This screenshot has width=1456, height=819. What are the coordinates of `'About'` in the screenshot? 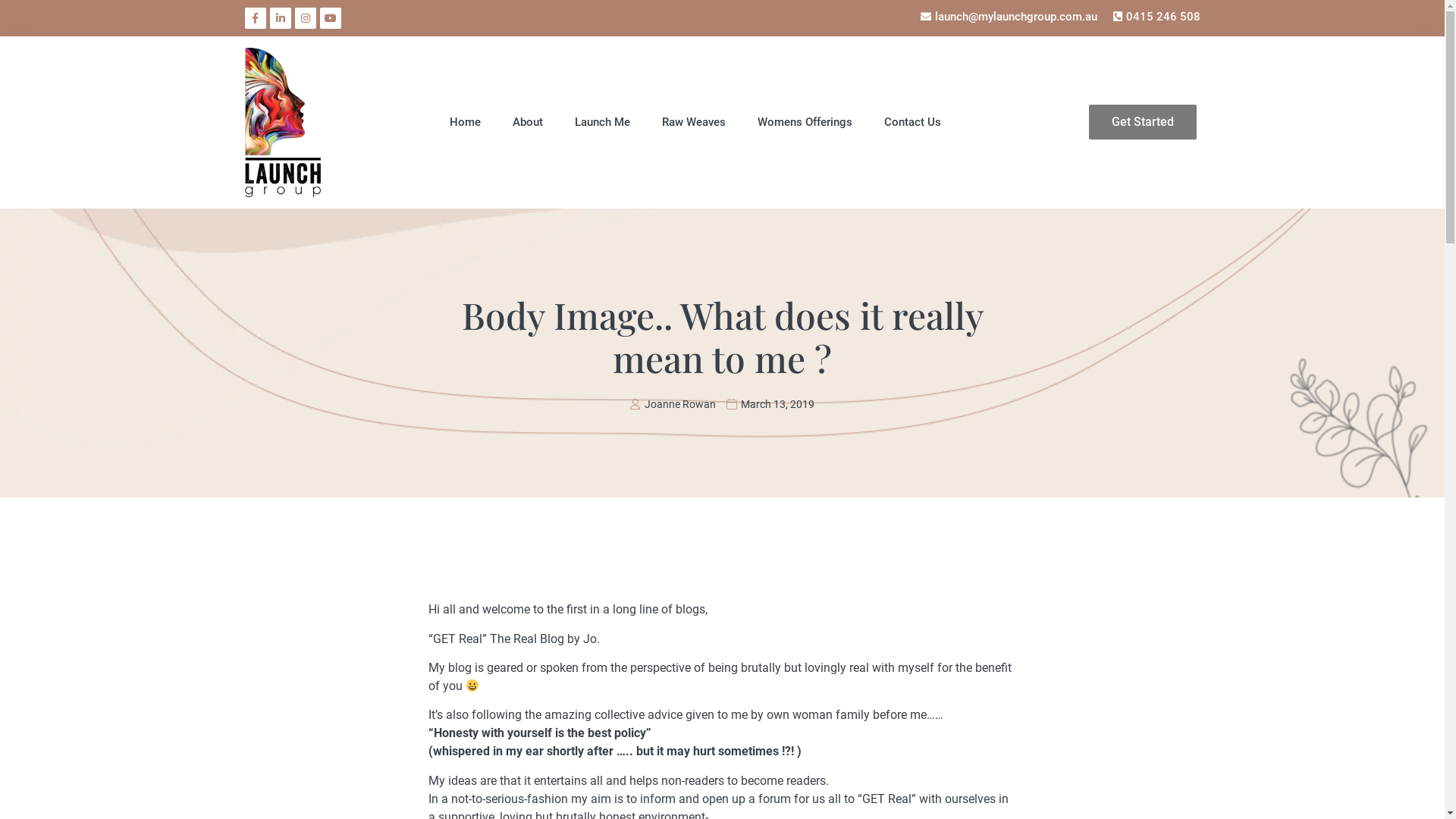 It's located at (528, 121).